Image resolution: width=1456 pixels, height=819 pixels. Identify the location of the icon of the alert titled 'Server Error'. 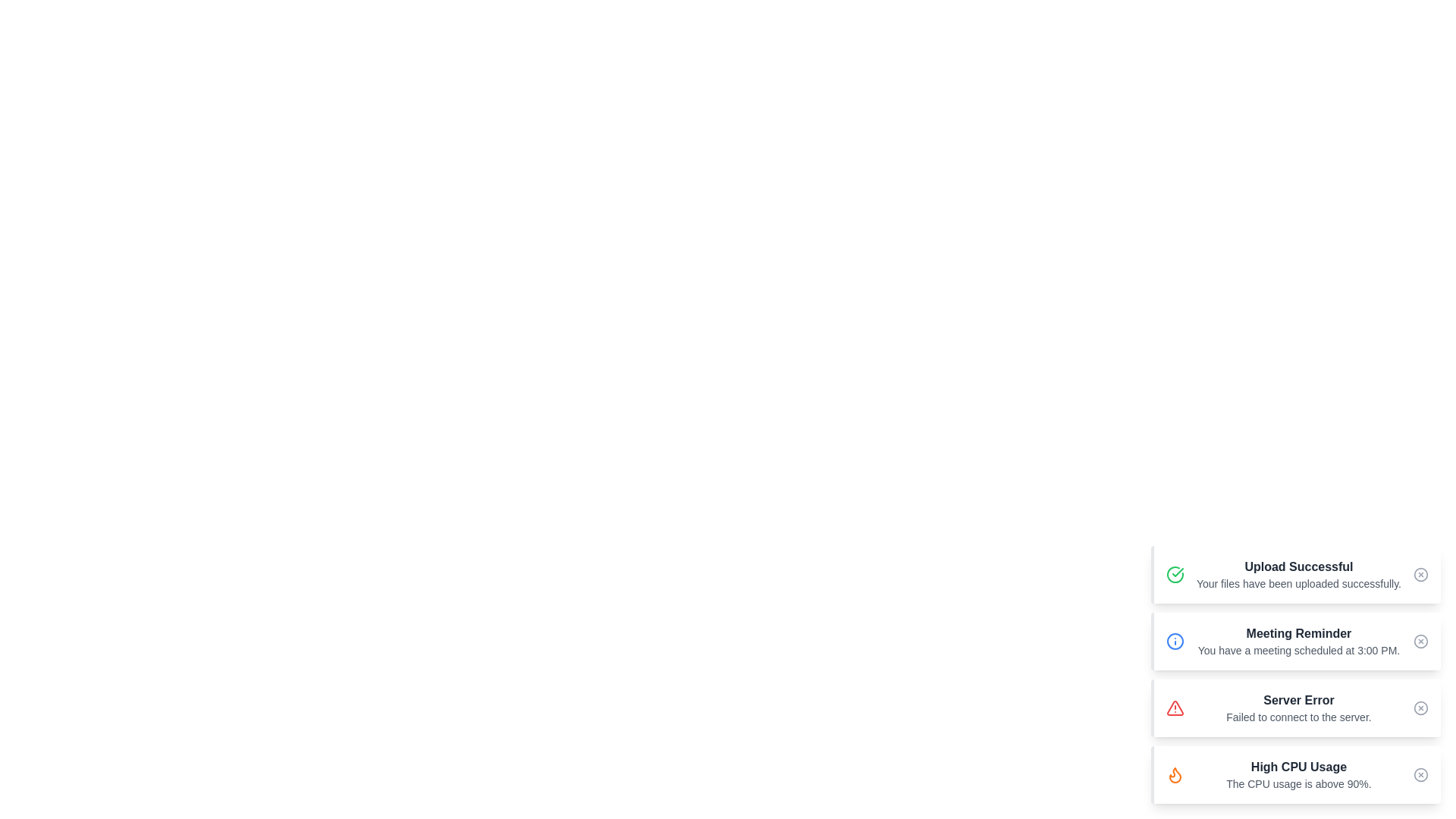
(1175, 708).